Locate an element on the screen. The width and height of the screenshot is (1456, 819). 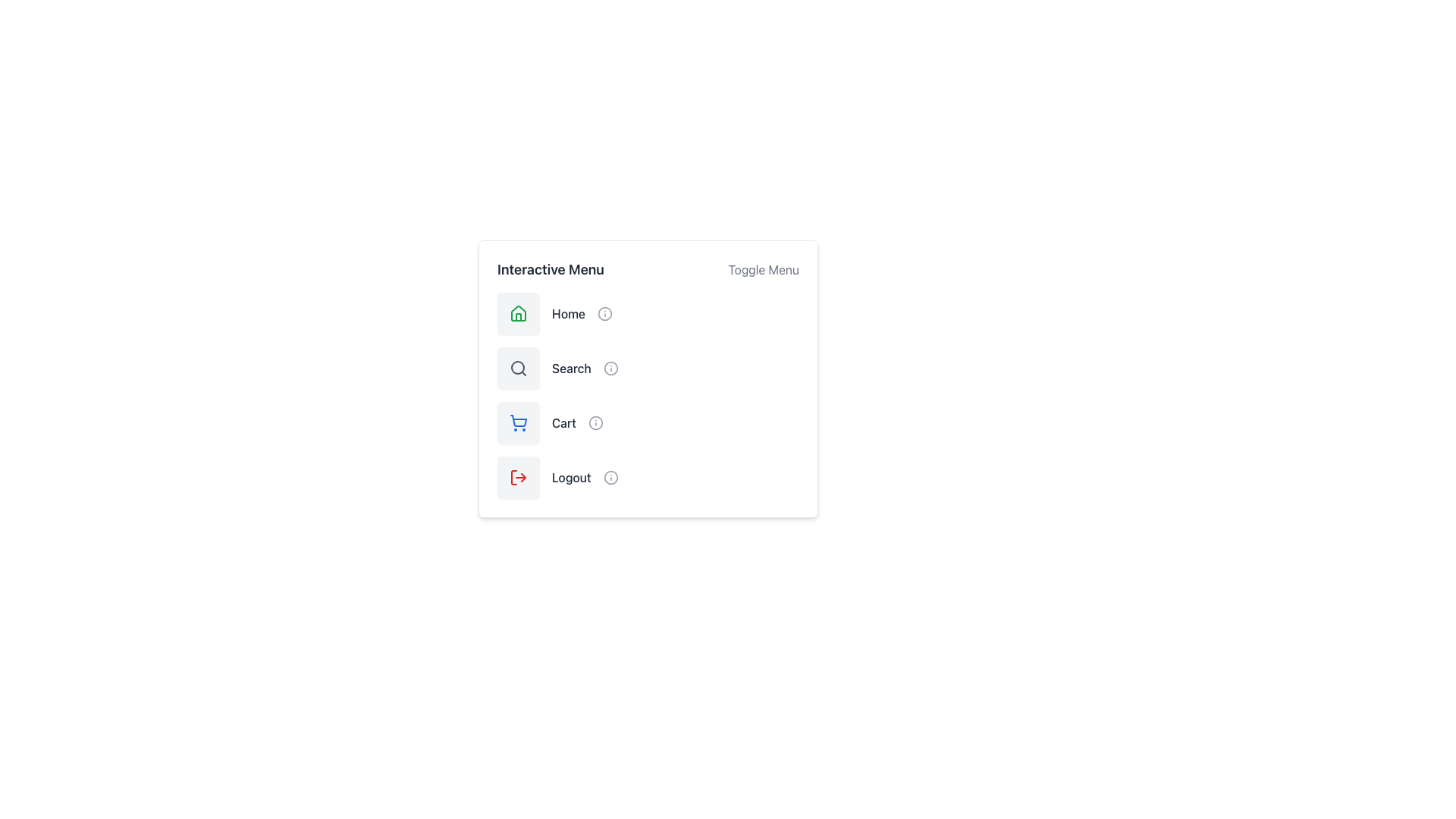
the 'Cart' text label in the 'Interactive Menu', which is the third menu item below 'Search' and above 'Logout' is located at coordinates (563, 423).